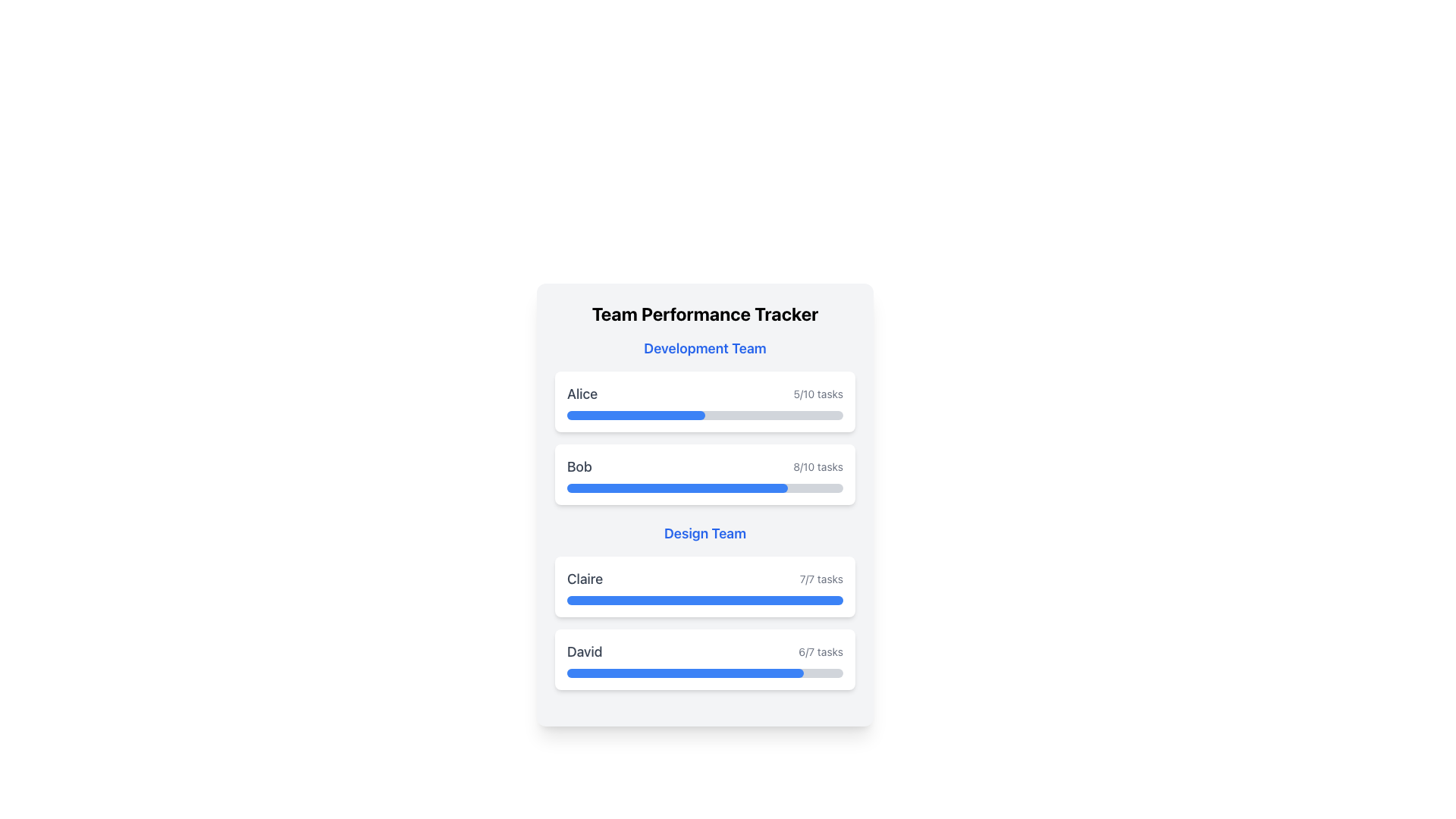 The height and width of the screenshot is (819, 1456). What do you see at coordinates (584, 579) in the screenshot?
I see `the text element displaying the name 'Claire', which is styled in gray and aligned to the left in the 'Design Team' section` at bounding box center [584, 579].